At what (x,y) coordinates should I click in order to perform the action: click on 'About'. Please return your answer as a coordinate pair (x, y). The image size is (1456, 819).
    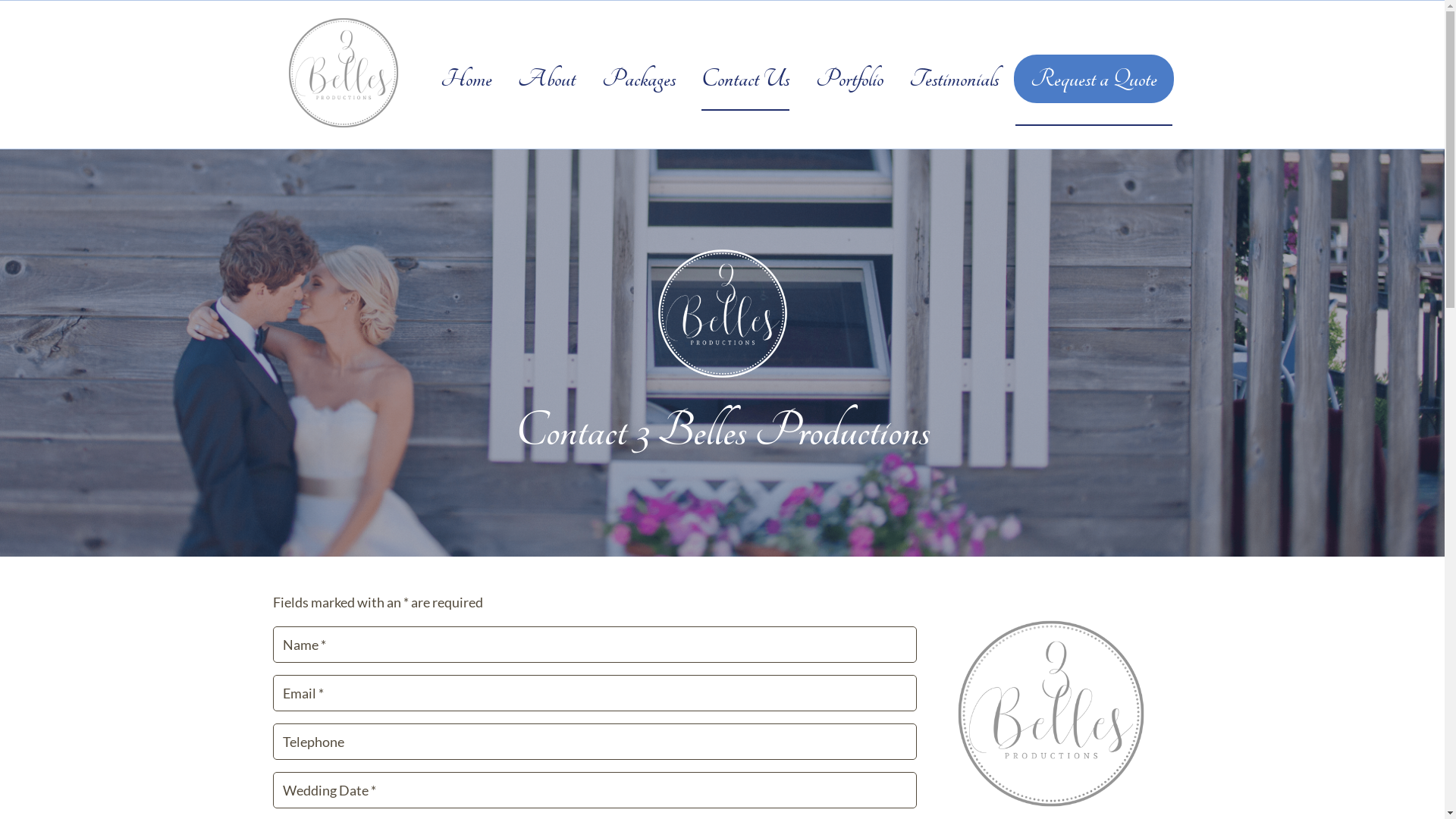
    Looking at the image, I should click on (517, 79).